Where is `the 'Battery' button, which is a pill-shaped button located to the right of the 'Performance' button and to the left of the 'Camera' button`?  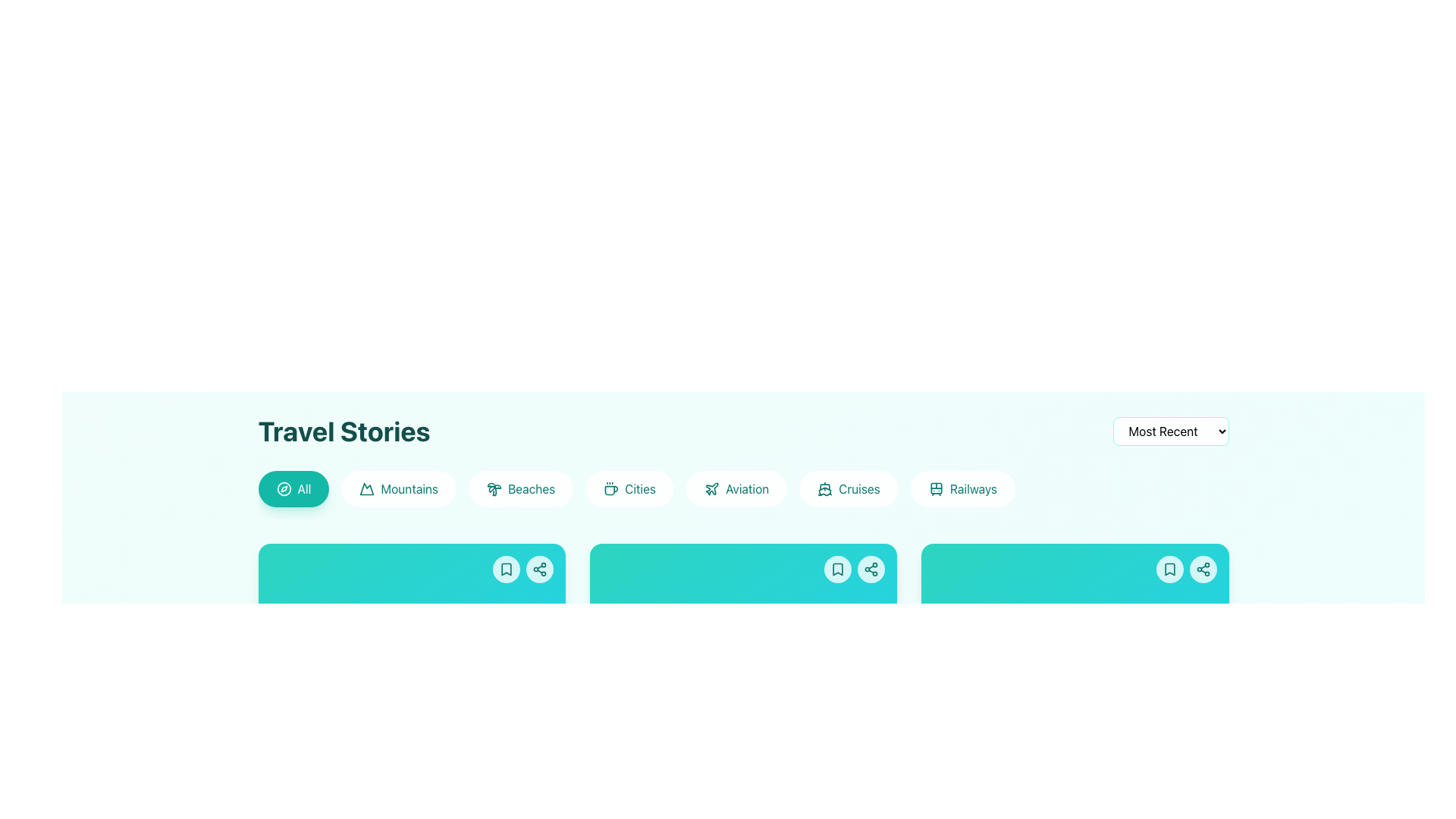
the 'Battery' button, which is a pill-shaped button located to the right of the 'Performance' button and to the left of the 'Camera' button is located at coordinates (420, 506).